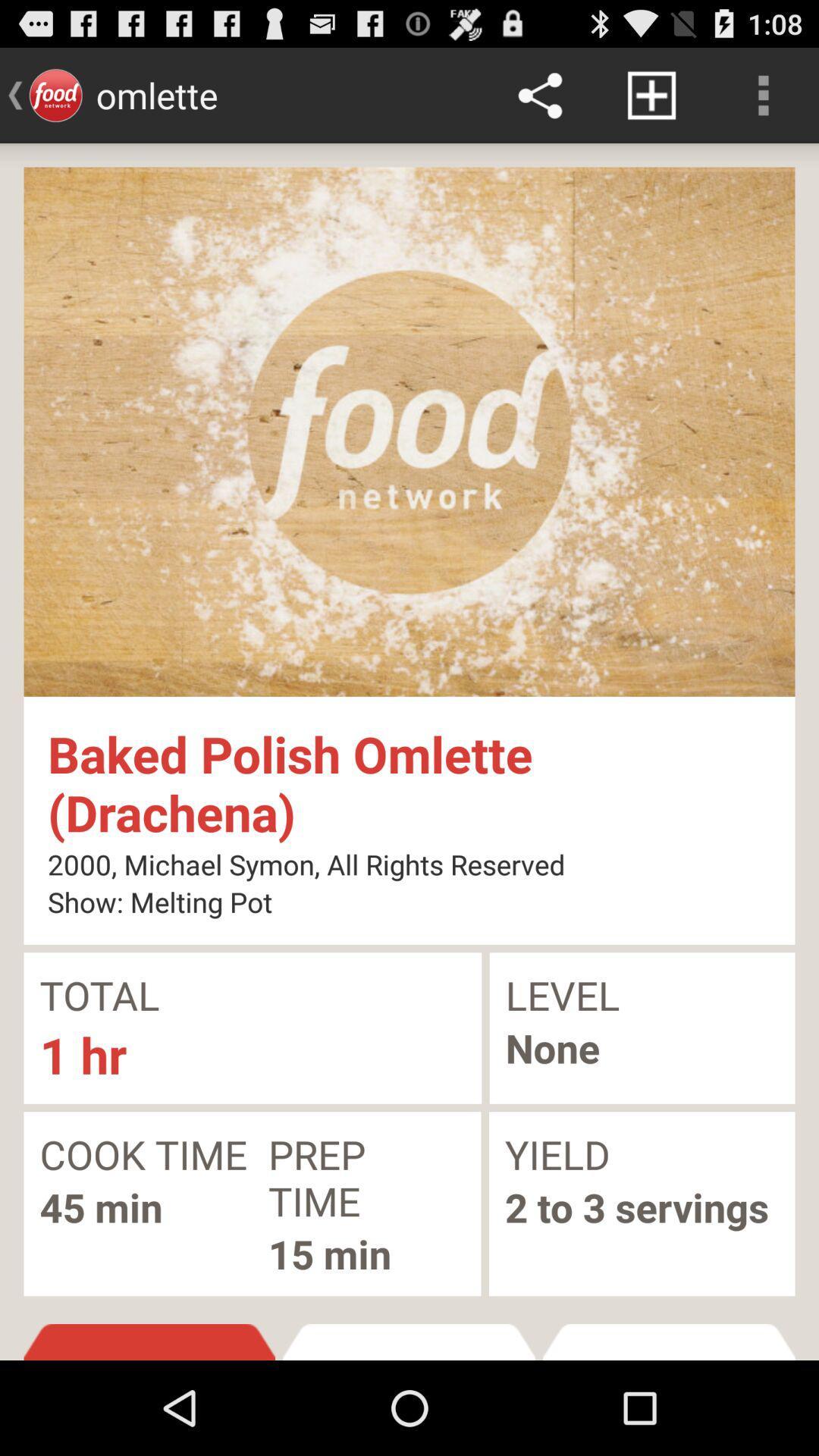  What do you see at coordinates (668, 1342) in the screenshot?
I see `item next to recipe button` at bounding box center [668, 1342].